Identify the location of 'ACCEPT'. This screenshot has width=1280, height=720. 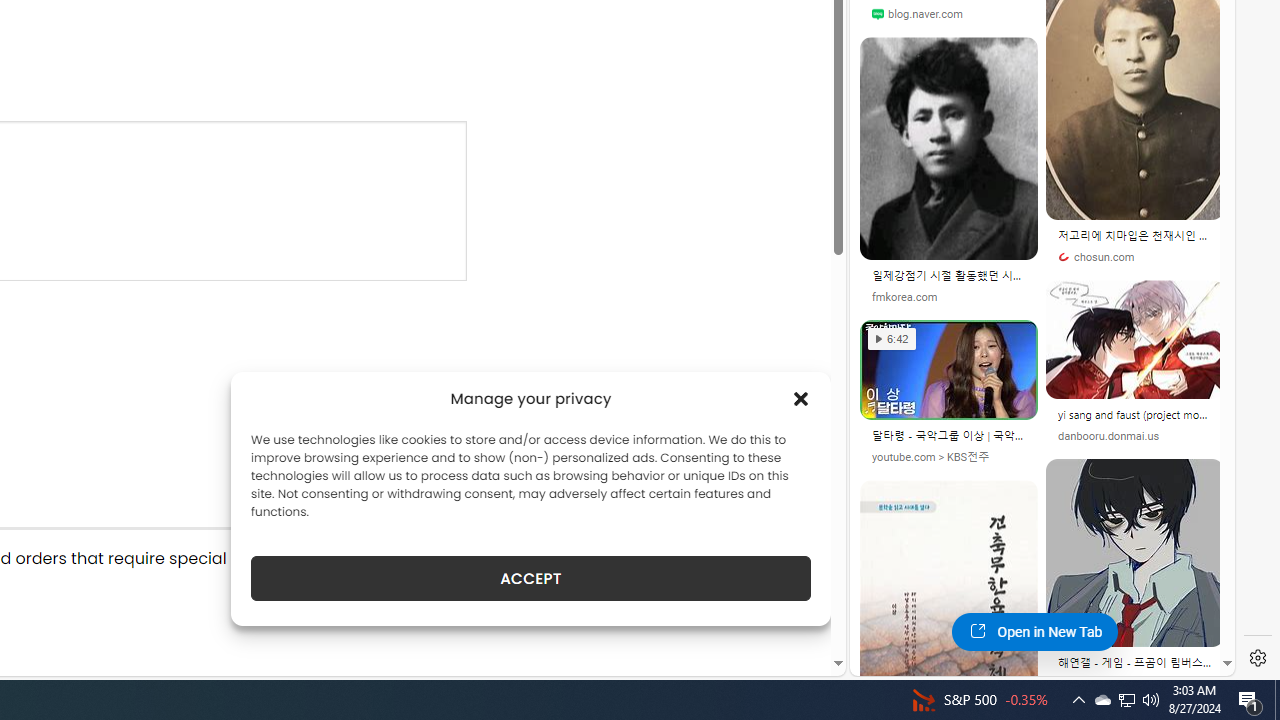
(531, 578).